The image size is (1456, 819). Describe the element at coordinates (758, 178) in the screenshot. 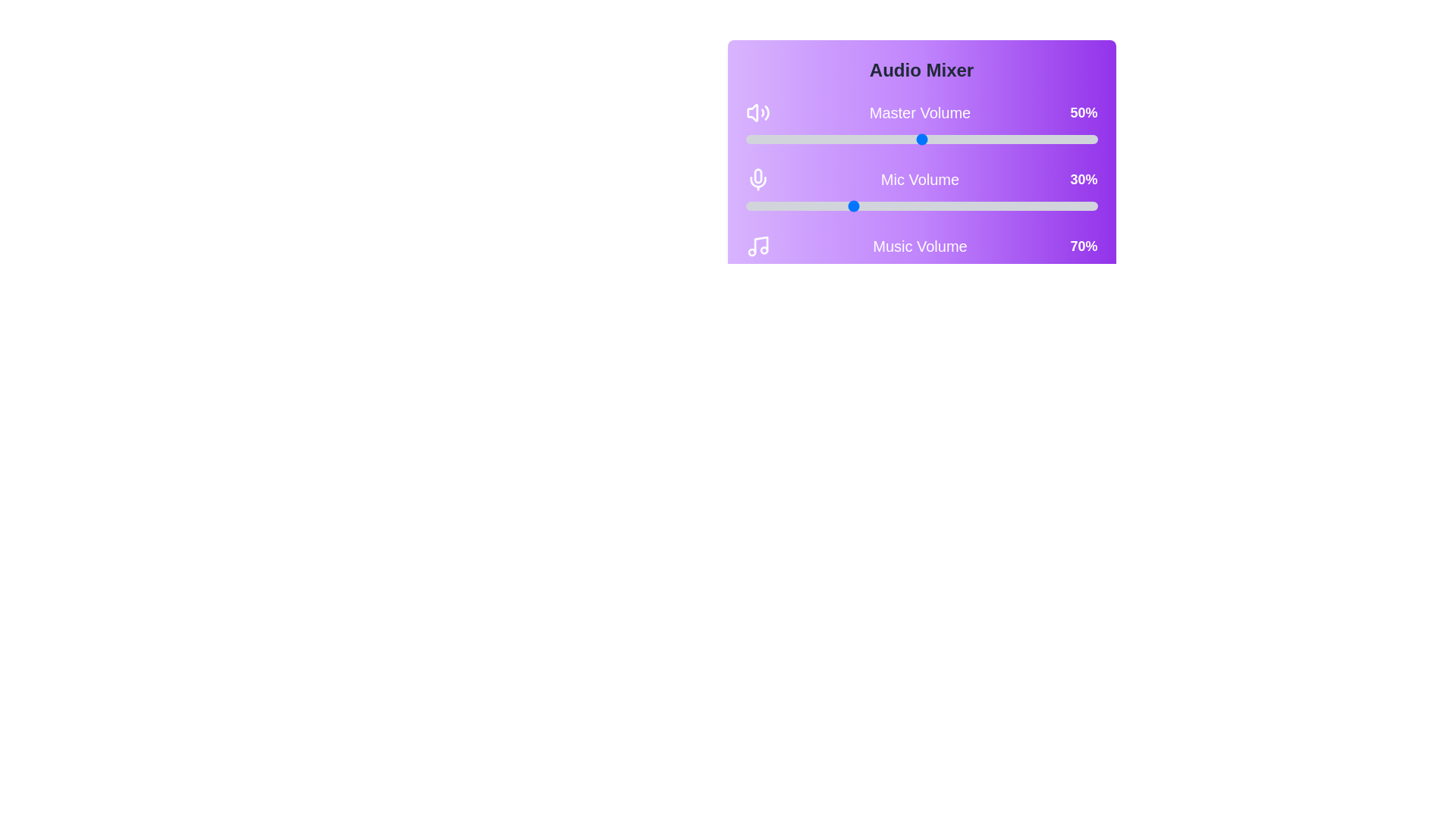

I see `the microphone icon located on the left side of the 'Mic Volume' control row, which is styled with white strokes on a transparent background` at that location.